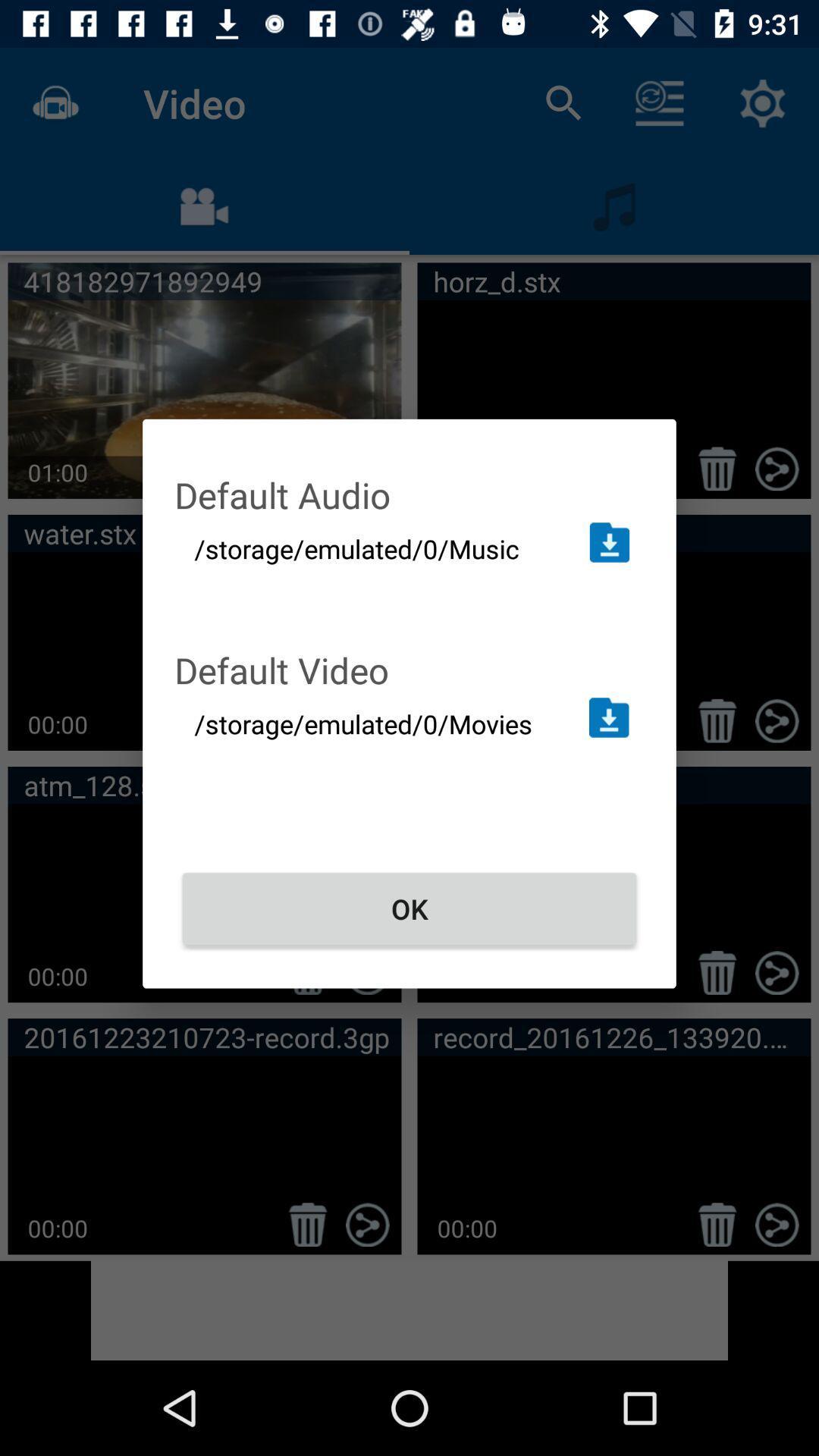  I want to click on open folder, so click(608, 717).